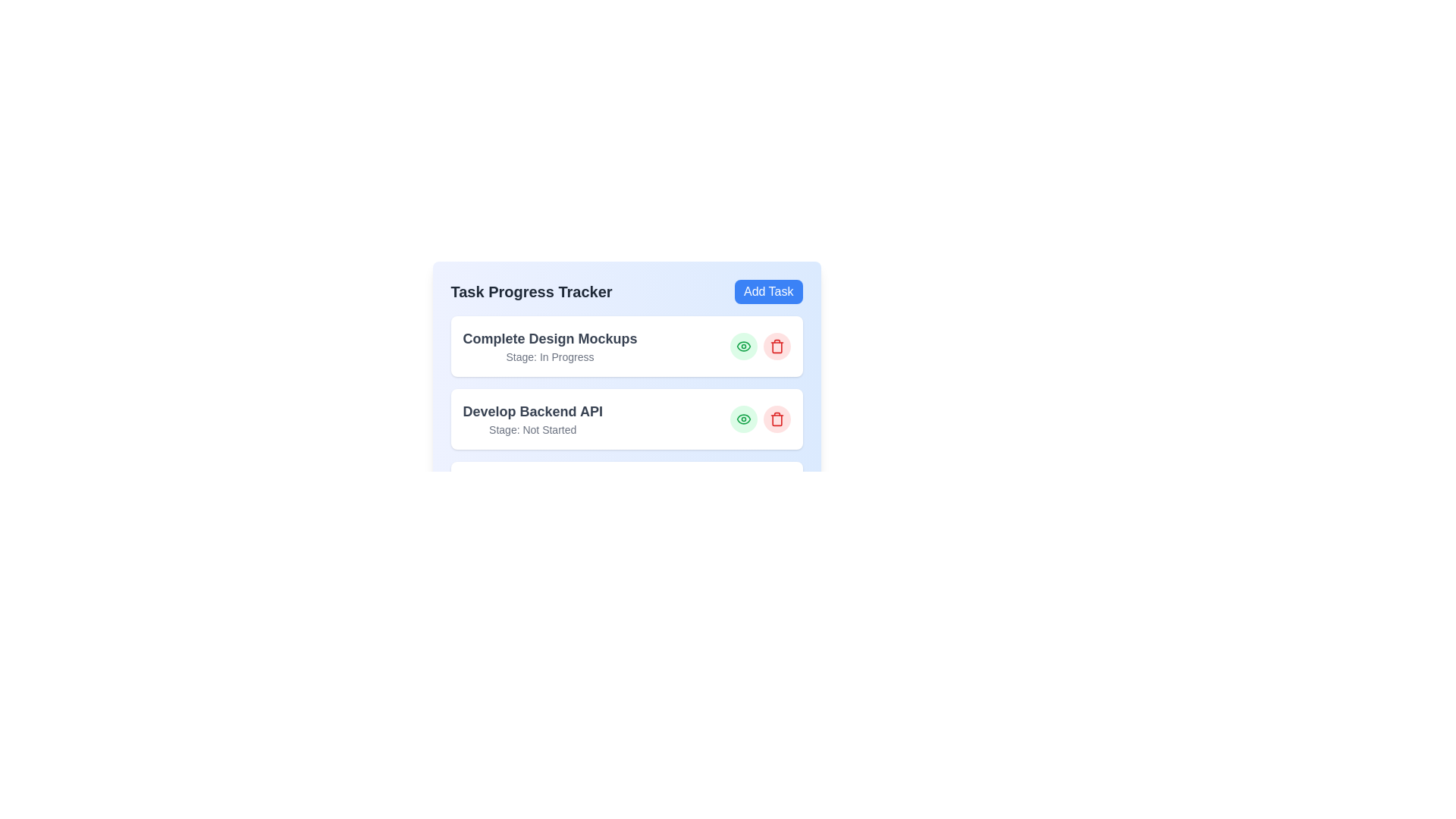 The width and height of the screenshot is (1456, 819). I want to click on the 'Add Task' button to open the task addition interface, so click(768, 292).